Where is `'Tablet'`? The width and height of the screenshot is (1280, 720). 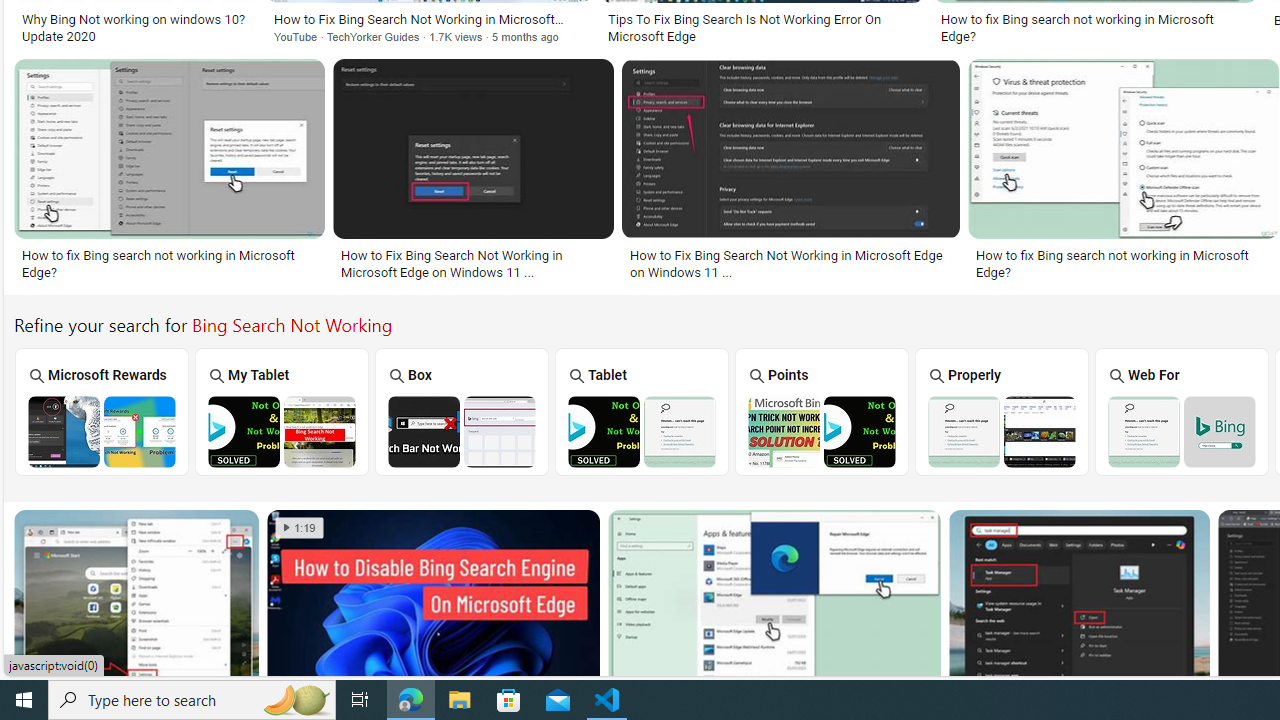
'Tablet' is located at coordinates (641, 410).